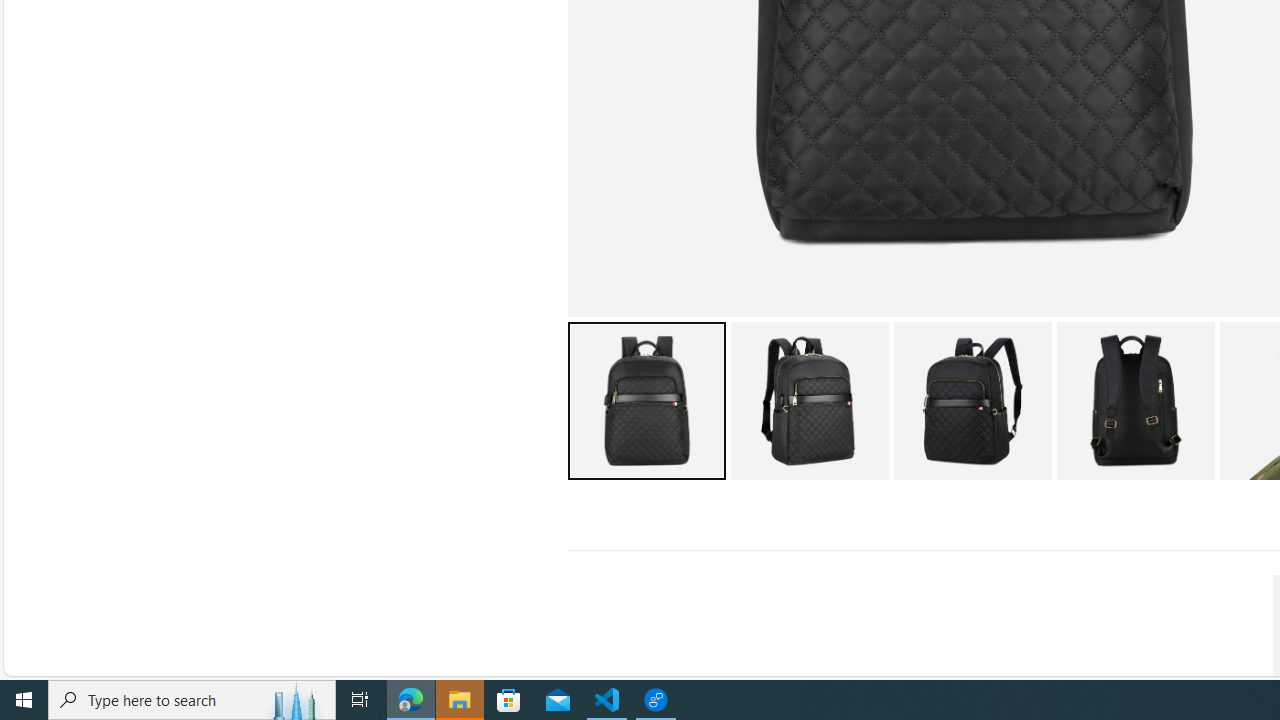  What do you see at coordinates (24, 698) in the screenshot?
I see `'Start'` at bounding box center [24, 698].